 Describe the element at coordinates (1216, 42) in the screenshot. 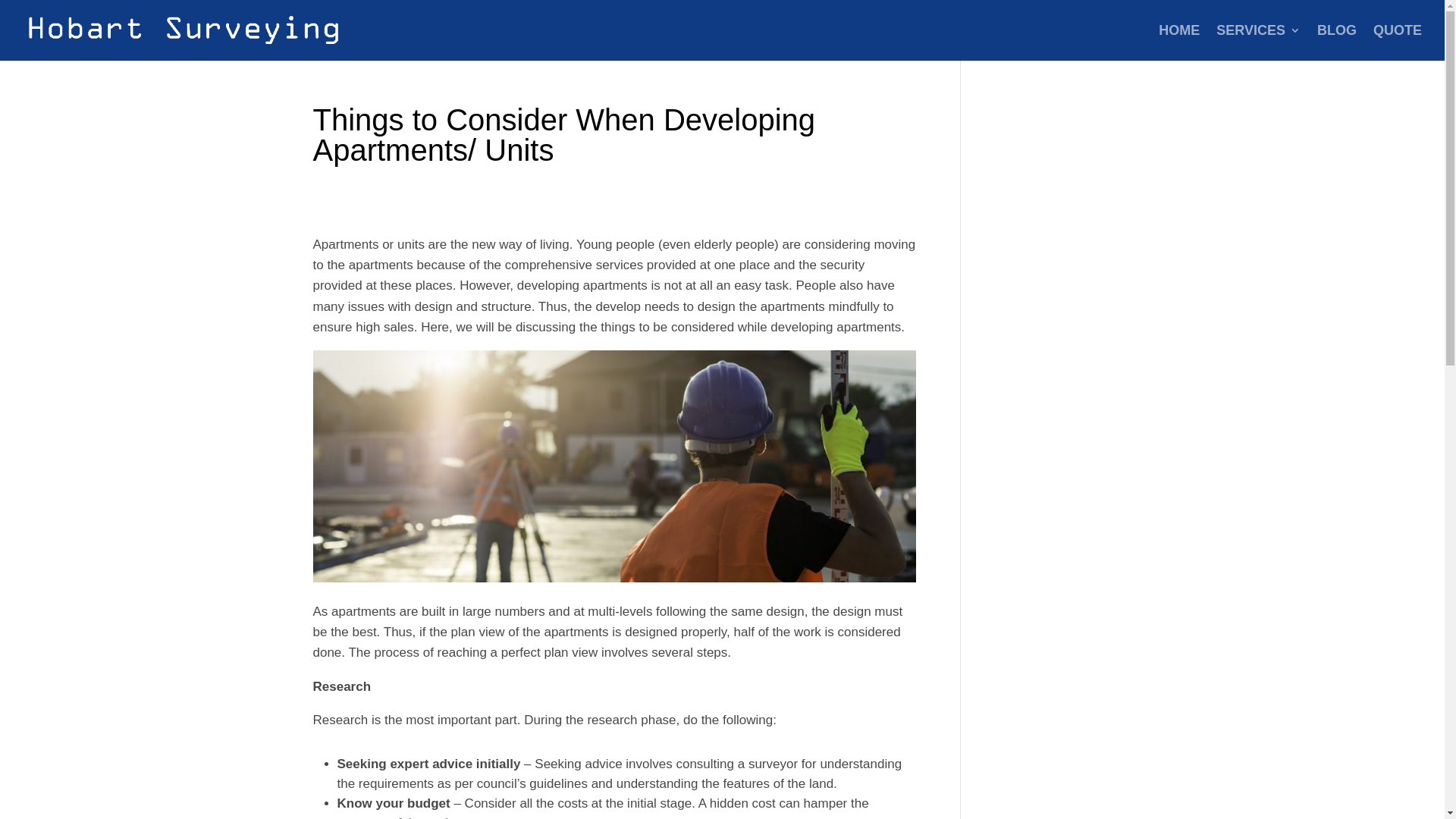

I see `'SERVICES'` at that location.